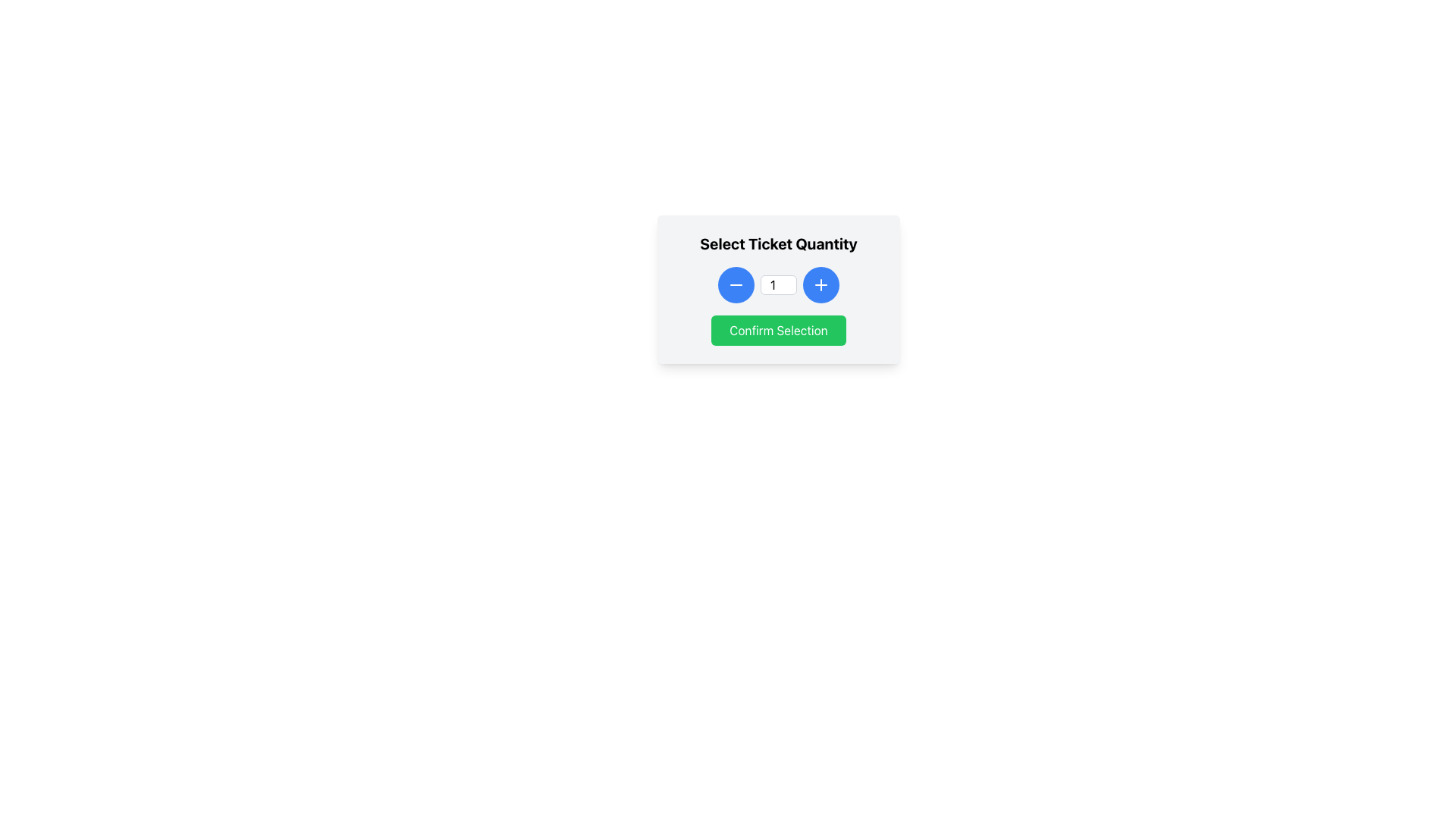 This screenshot has height=819, width=1456. I want to click on the plus sign button, which is an icon displayed in a white stroke on a blue circular background, located on the right side of the row labeled 'Select Ticket Quantity', so click(821, 284).